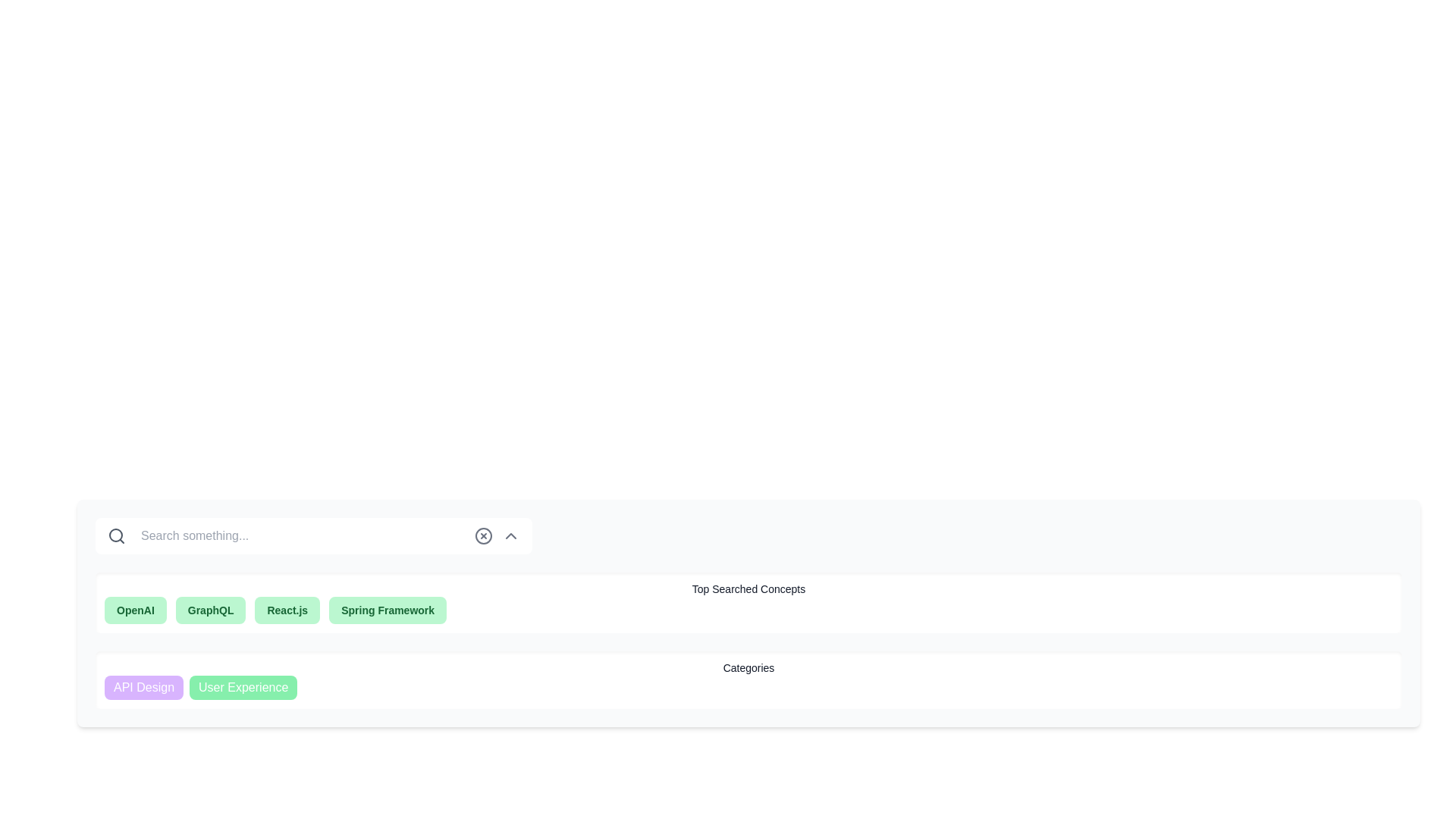 This screenshot has width=1456, height=819. What do you see at coordinates (144, 687) in the screenshot?
I see `the first label or badge in the horizontal group of buttons at the bottom of the page, located to the left of the green 'User Experience' button` at bounding box center [144, 687].